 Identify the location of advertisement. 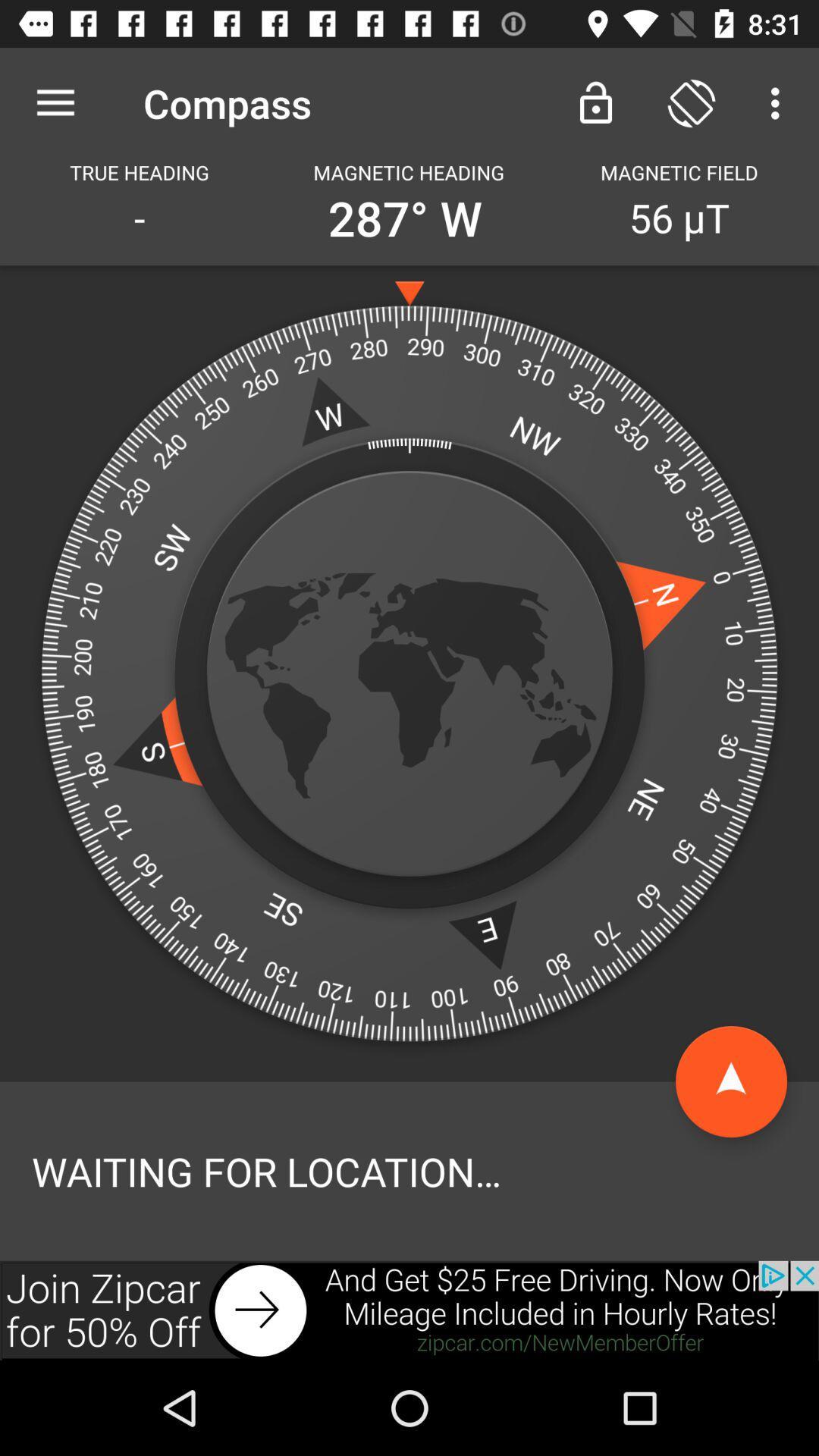
(409, 1310).